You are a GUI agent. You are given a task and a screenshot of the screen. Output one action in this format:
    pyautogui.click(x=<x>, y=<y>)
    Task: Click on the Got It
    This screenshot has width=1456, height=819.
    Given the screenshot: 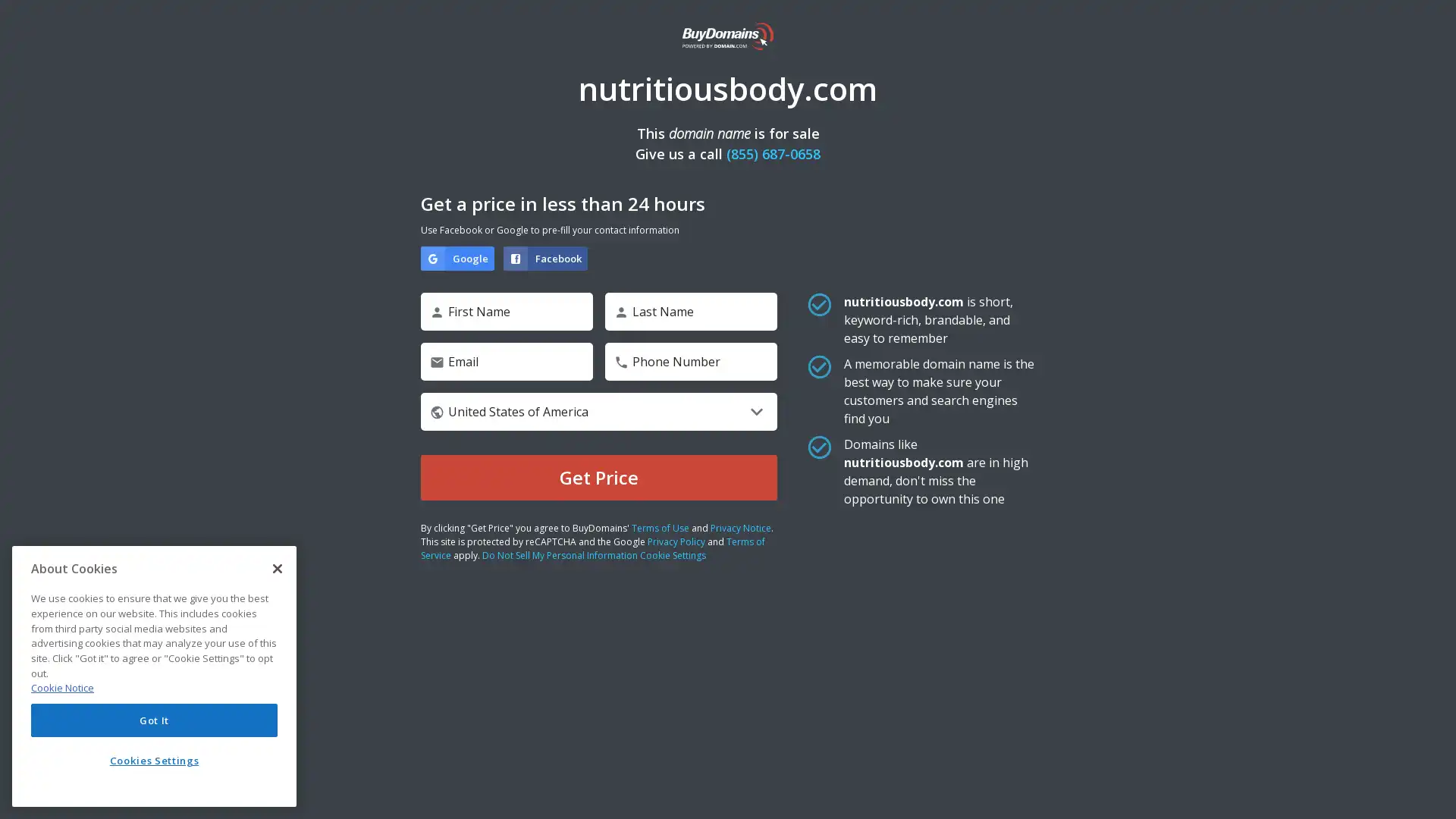 What is the action you would take?
    pyautogui.click(x=154, y=719)
    